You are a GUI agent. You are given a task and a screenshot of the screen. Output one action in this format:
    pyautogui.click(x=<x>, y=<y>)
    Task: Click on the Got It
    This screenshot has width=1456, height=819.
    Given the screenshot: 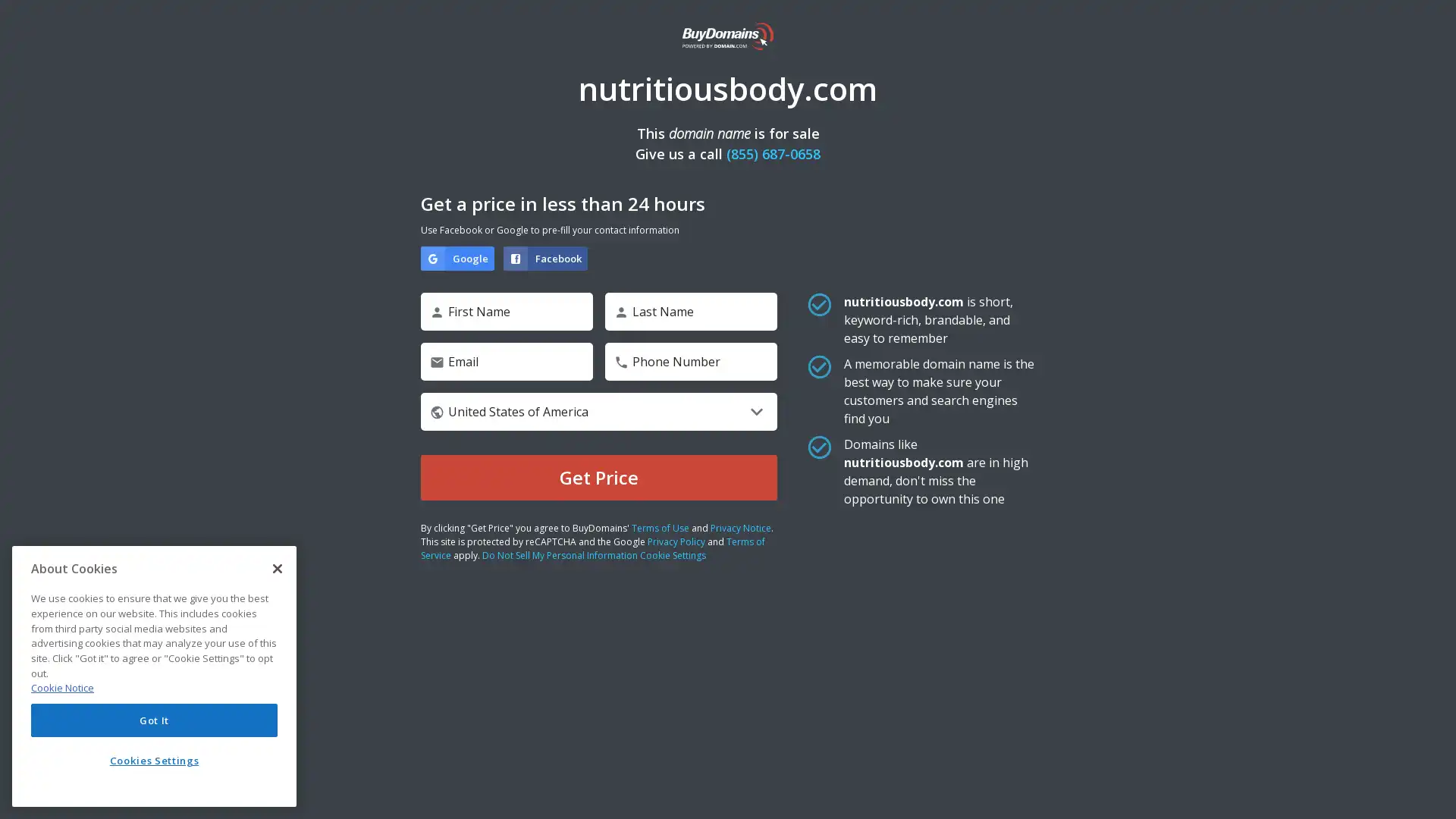 What is the action you would take?
    pyautogui.click(x=154, y=719)
    